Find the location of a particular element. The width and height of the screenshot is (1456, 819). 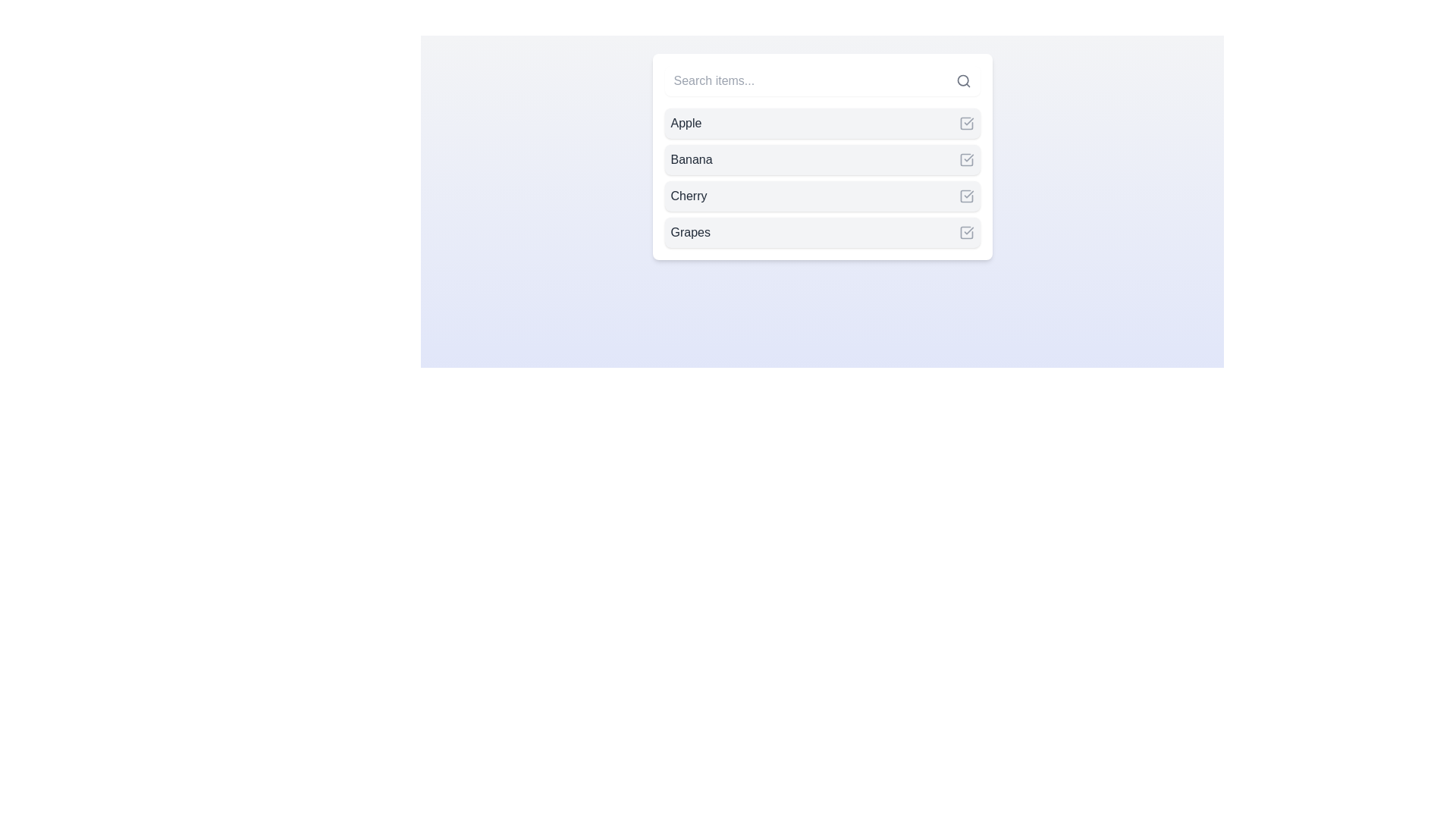

the text label that reads 'Apple' in the first row of the vertically aligned list is located at coordinates (685, 122).